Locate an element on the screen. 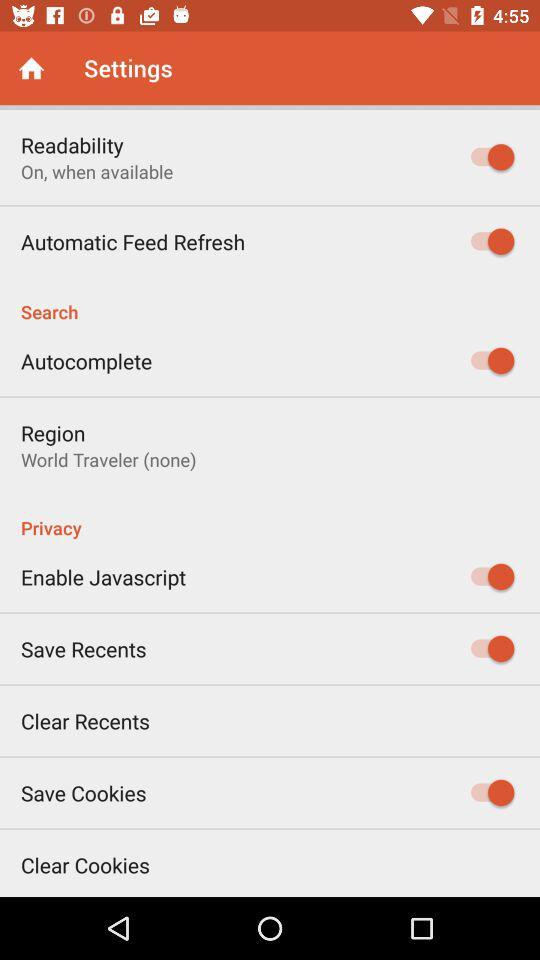 The height and width of the screenshot is (960, 540). icon above clear recents item is located at coordinates (82, 648).